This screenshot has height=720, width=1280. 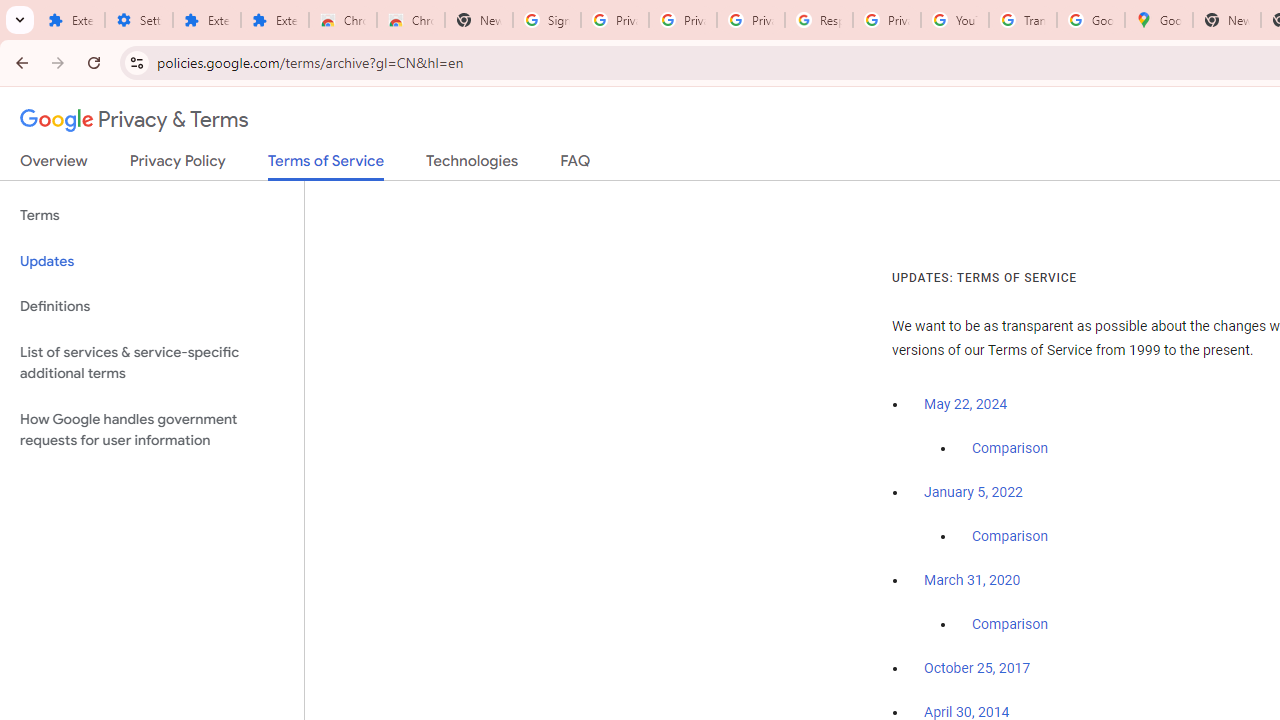 What do you see at coordinates (977, 669) in the screenshot?
I see `'October 25, 2017'` at bounding box center [977, 669].